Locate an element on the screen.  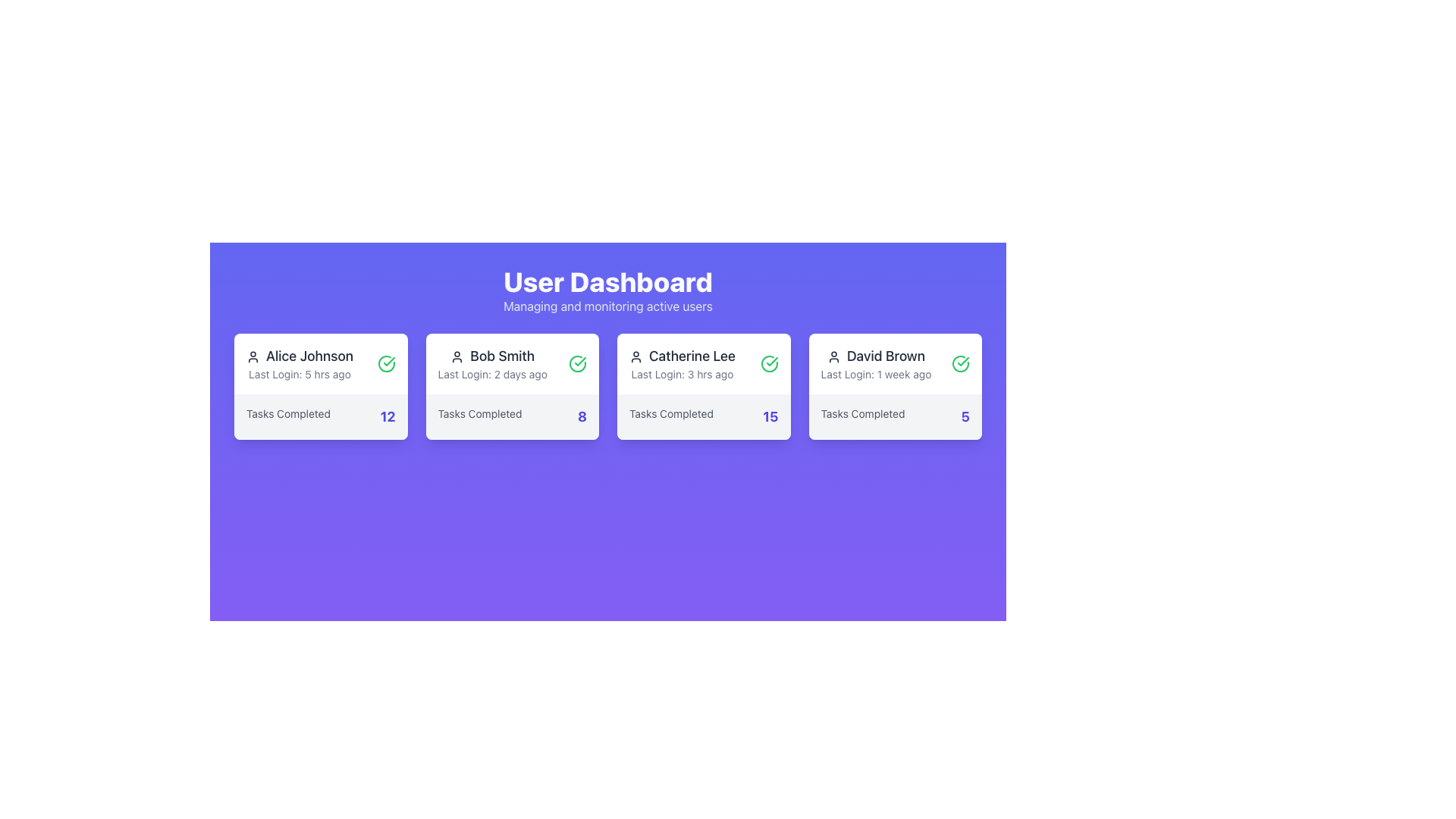
information displayed in the composite information display component showing the user's name 'Catherine Lee' and last login time 'Last Login: 3 hrs ago', along with the user profile icon is located at coordinates (703, 363).